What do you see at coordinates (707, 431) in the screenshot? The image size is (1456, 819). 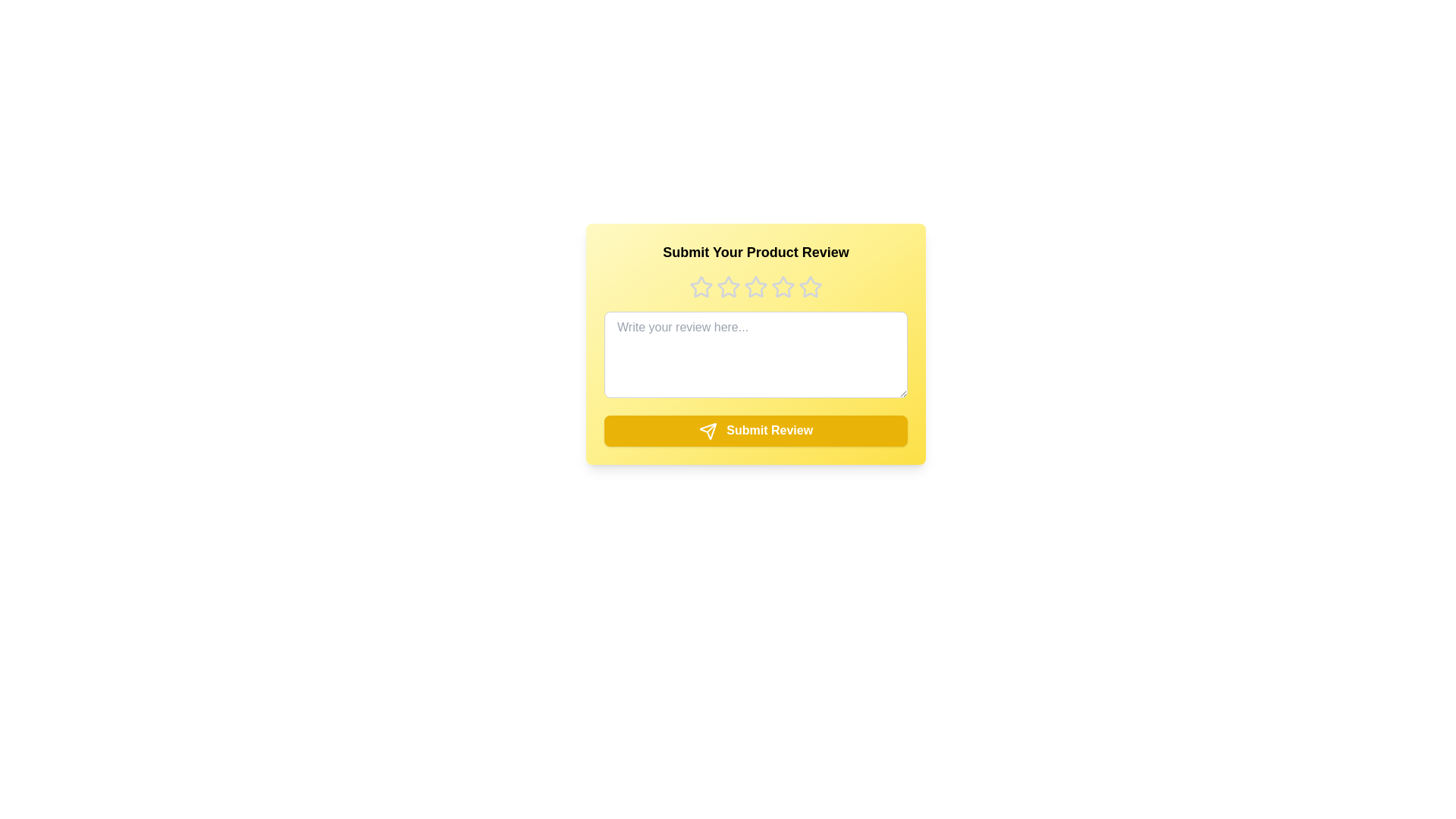 I see `the icon that symbolizes the sending or submitting action, located on the left-most side of the yellow 'Submit Review' button` at bounding box center [707, 431].